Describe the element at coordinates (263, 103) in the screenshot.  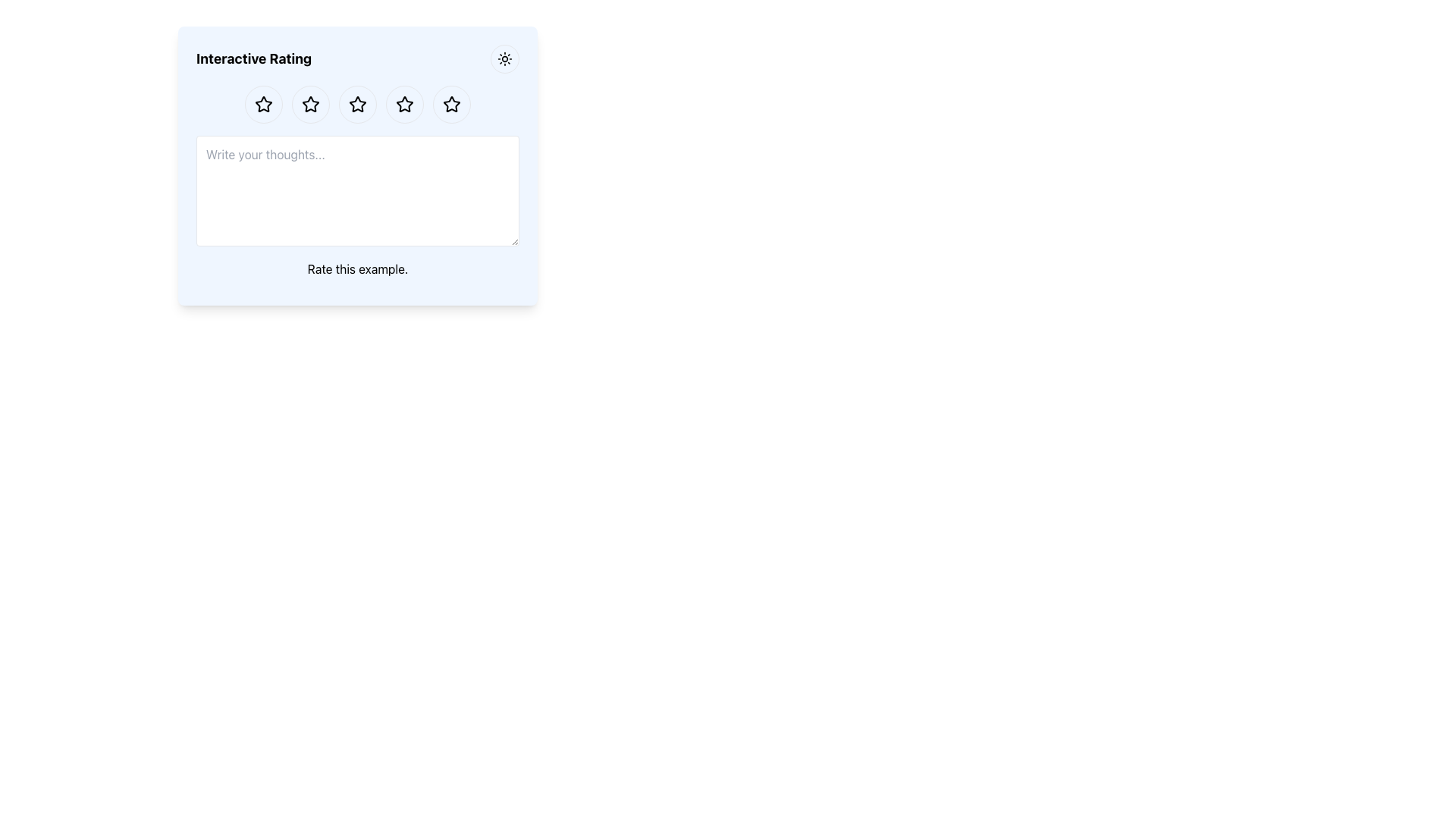
I see `the first star in the rating system, which is a vector graphic in the shape of a star located at the center of the interface in a row of five stars` at that location.